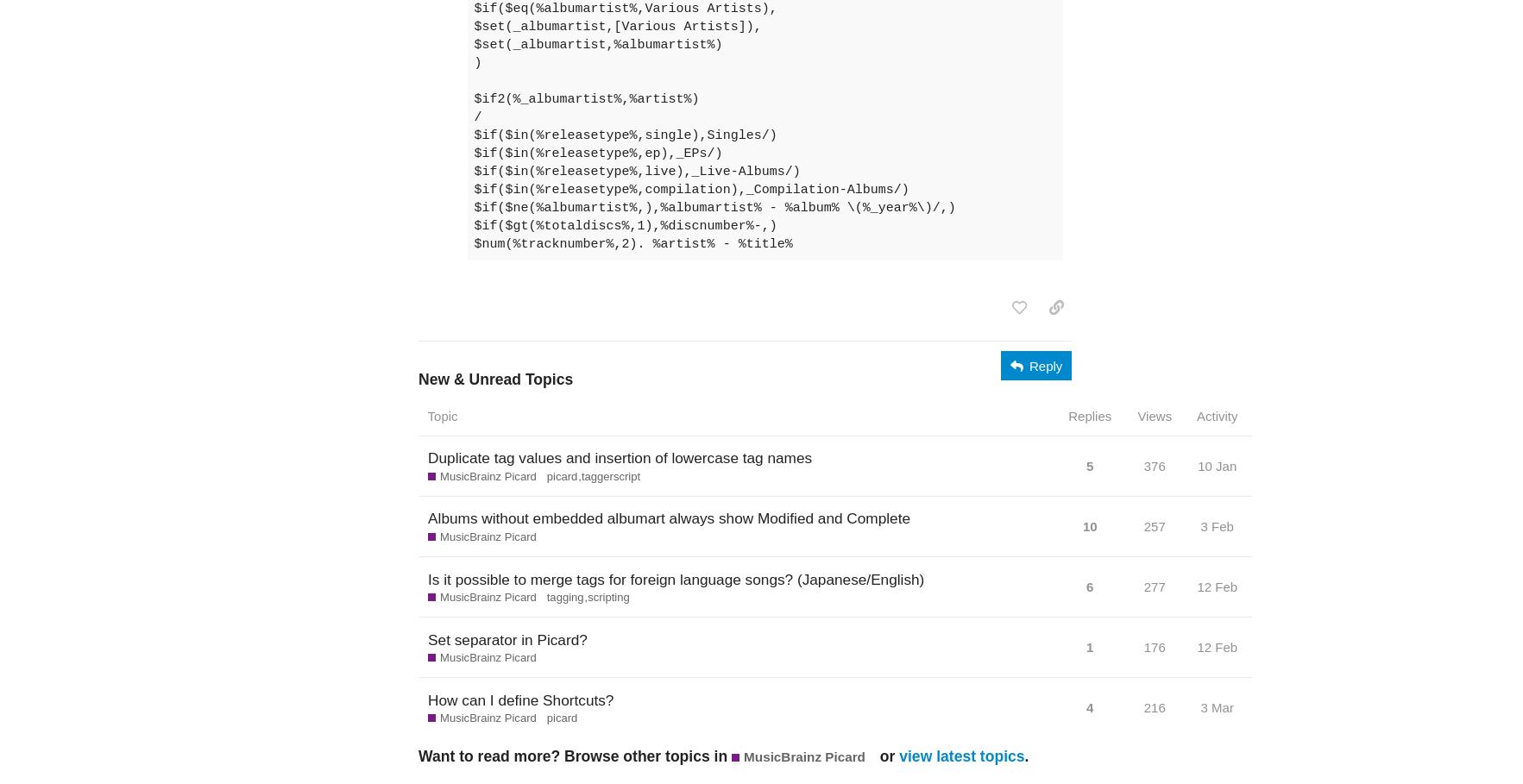 The width and height of the screenshot is (1523, 784). I want to click on 'Is it possible to merge tags for foreign language songs? (Japanese/English)', so click(675, 579).